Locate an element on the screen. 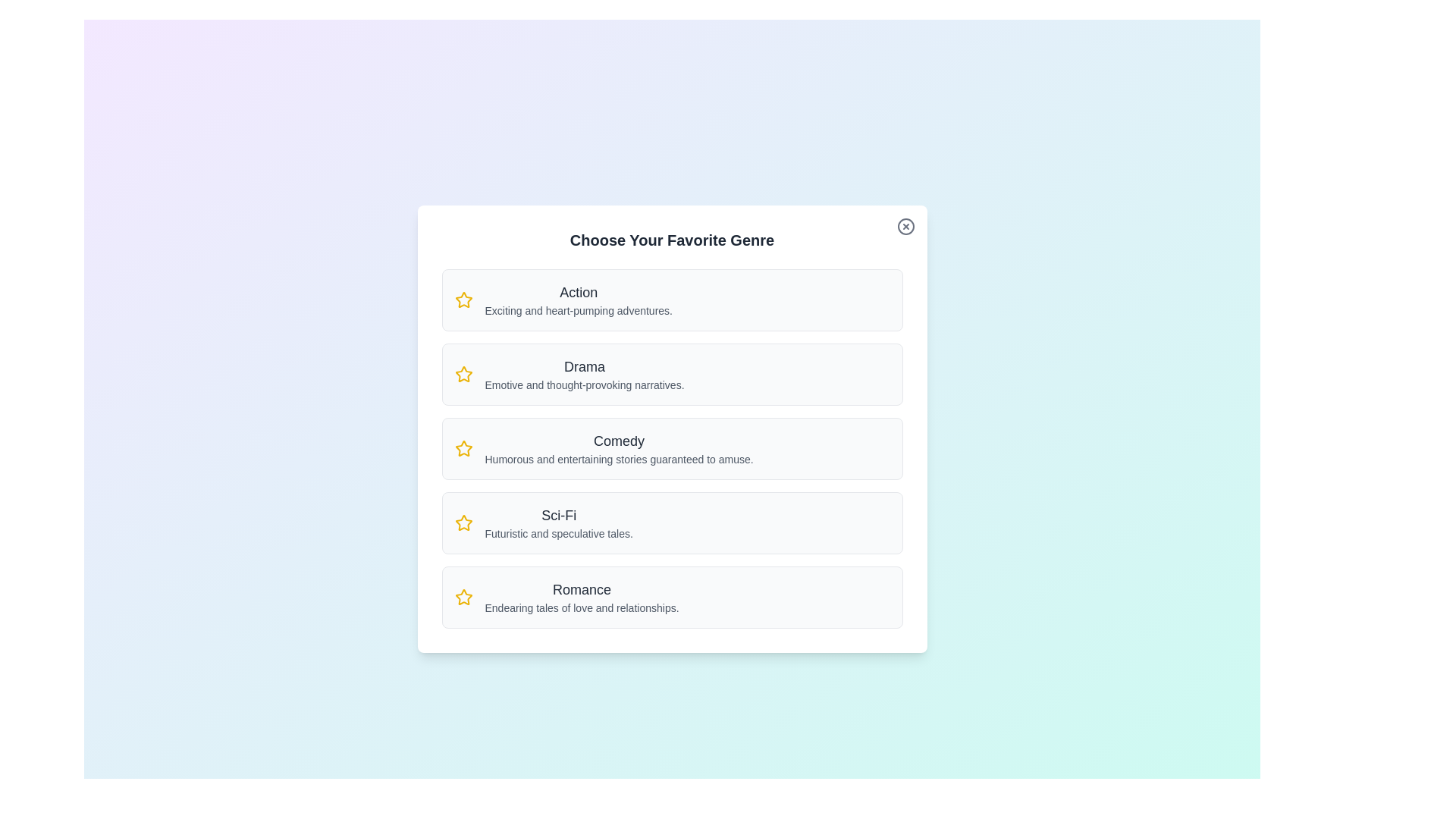  the card corresponding to the genre Sci-Fi is located at coordinates (671, 522).